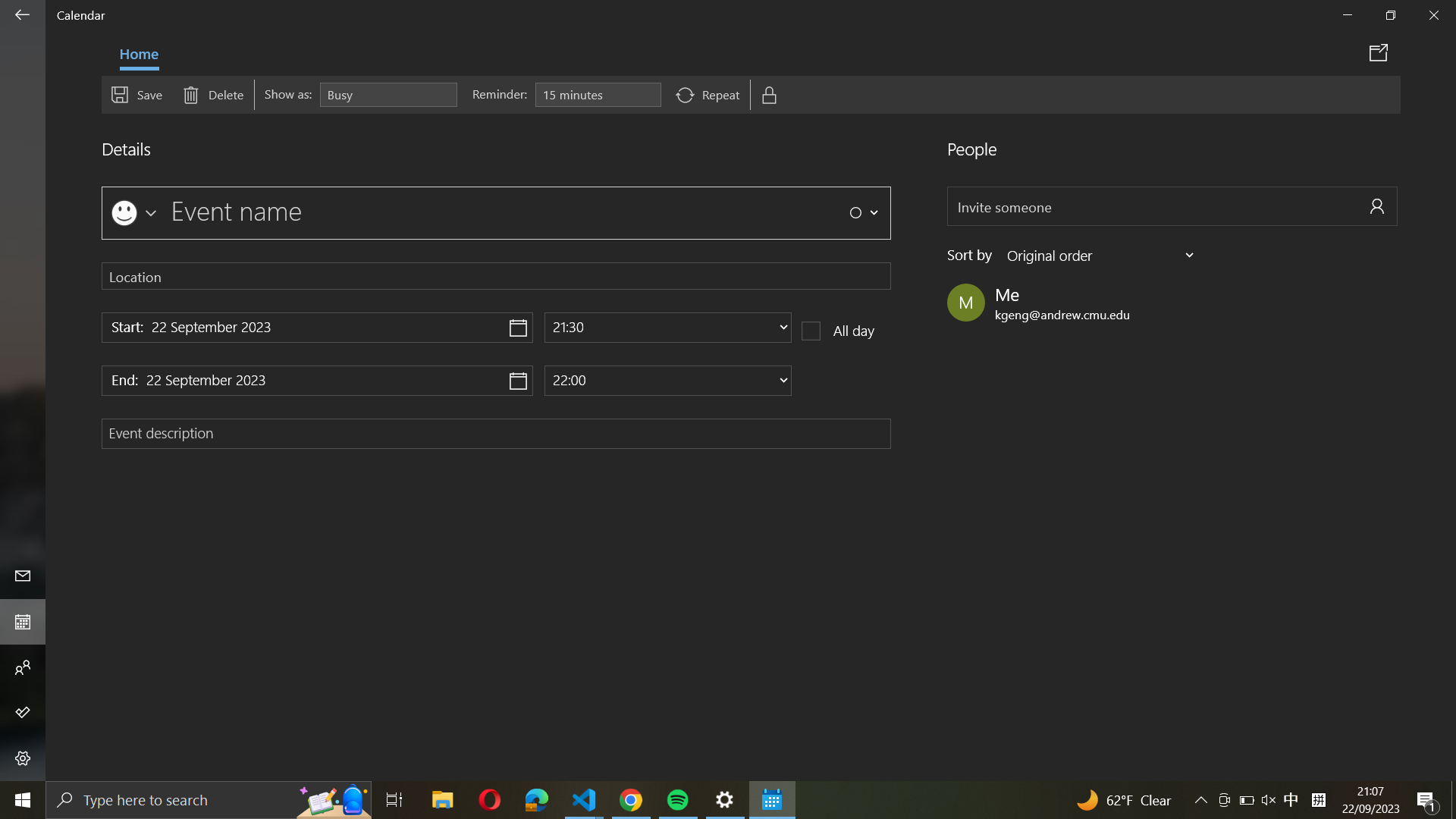 Image resolution: width=1456 pixels, height=819 pixels. What do you see at coordinates (1172, 206) in the screenshot?
I see `Invite "abc@example.com" to join the scheduled event` at bounding box center [1172, 206].